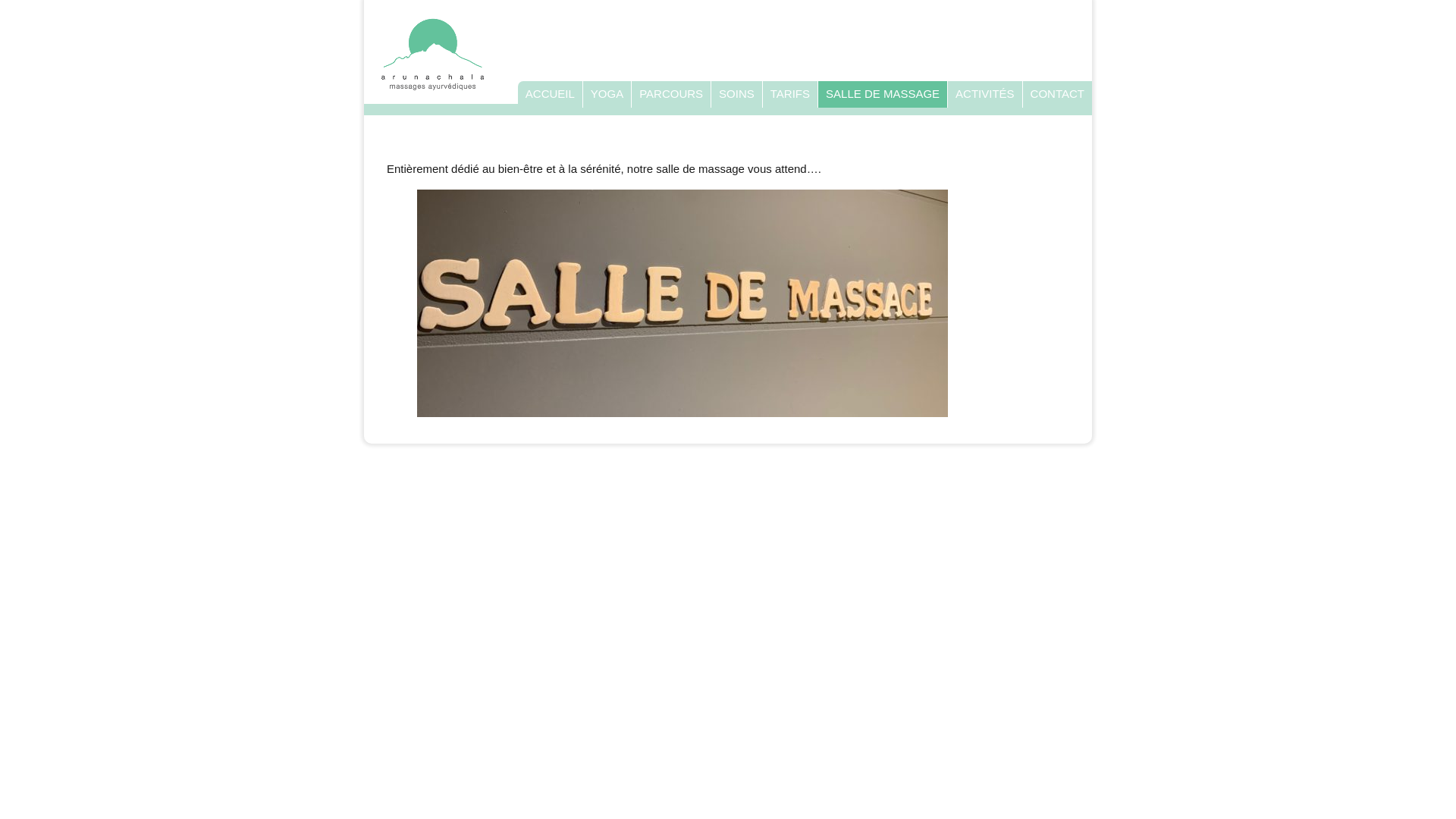 This screenshot has width=1456, height=819. What do you see at coordinates (1056, 93) in the screenshot?
I see `'CONTACT'` at bounding box center [1056, 93].